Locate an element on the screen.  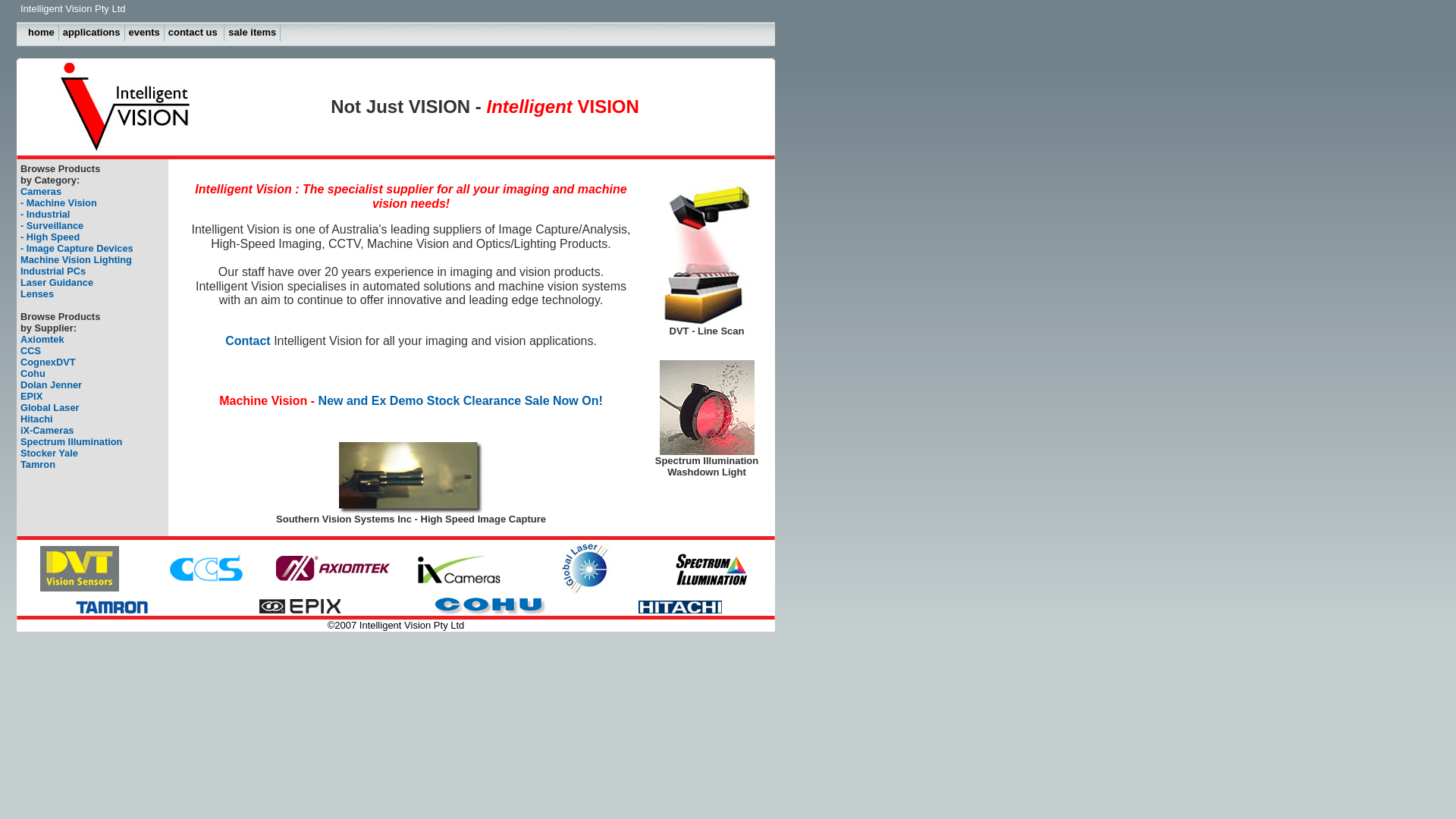
'Cohu' is located at coordinates (33, 373).